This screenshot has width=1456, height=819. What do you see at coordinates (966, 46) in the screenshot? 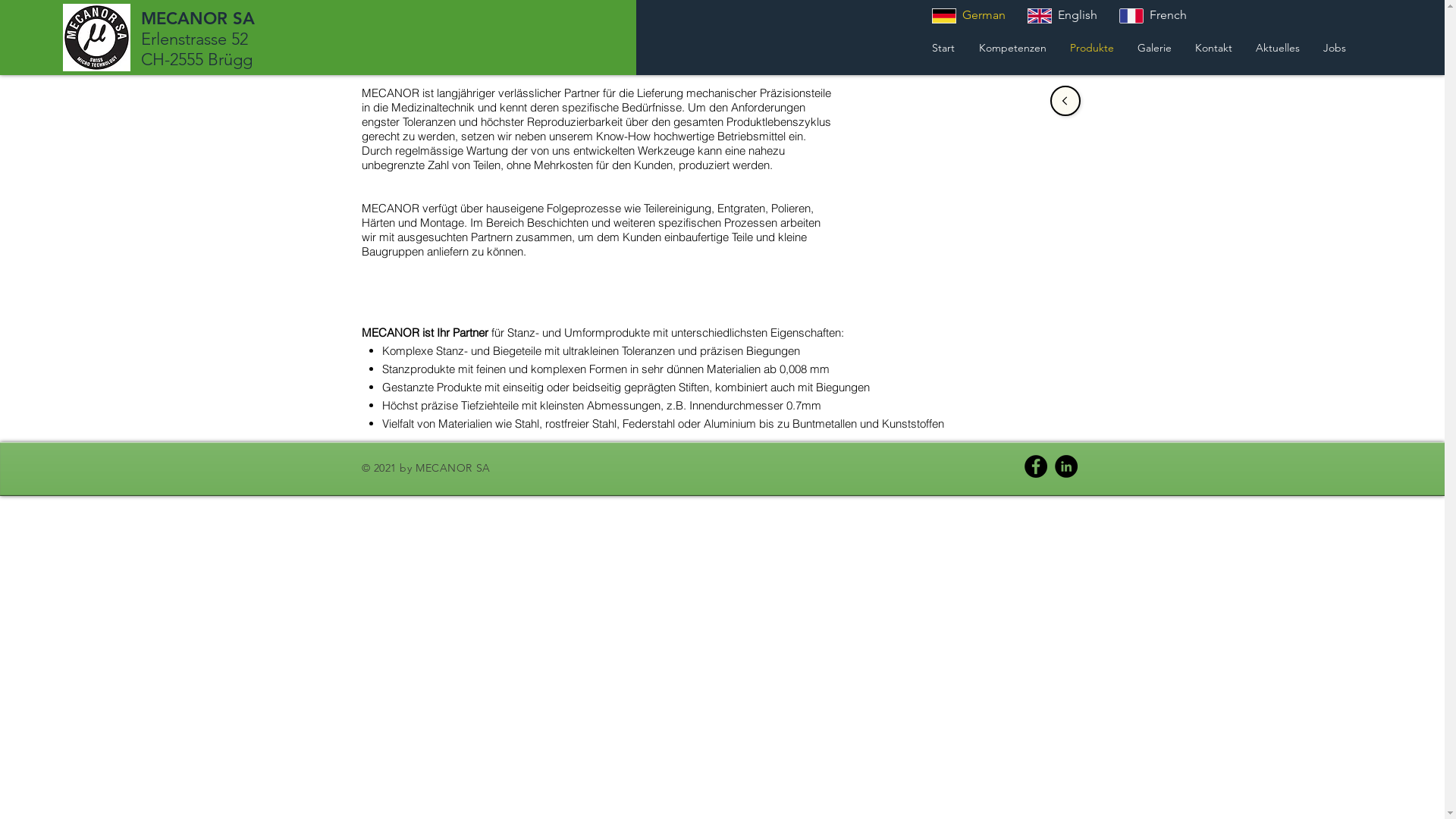
I see `'Kompetenzen'` at bounding box center [966, 46].